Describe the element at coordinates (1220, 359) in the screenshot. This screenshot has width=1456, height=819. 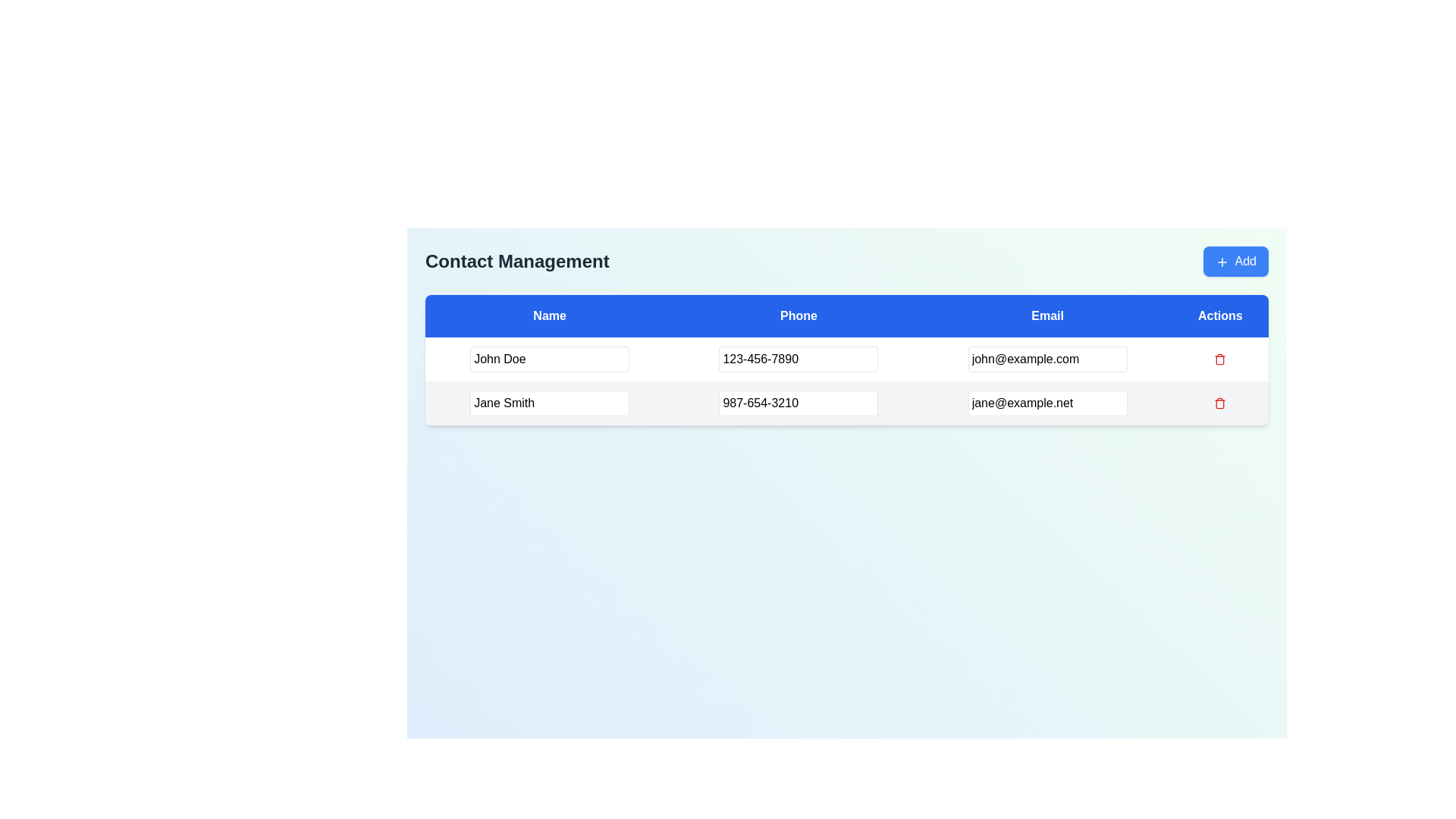
I see `the red trashcan icon in the Actions column of the first row` at that location.